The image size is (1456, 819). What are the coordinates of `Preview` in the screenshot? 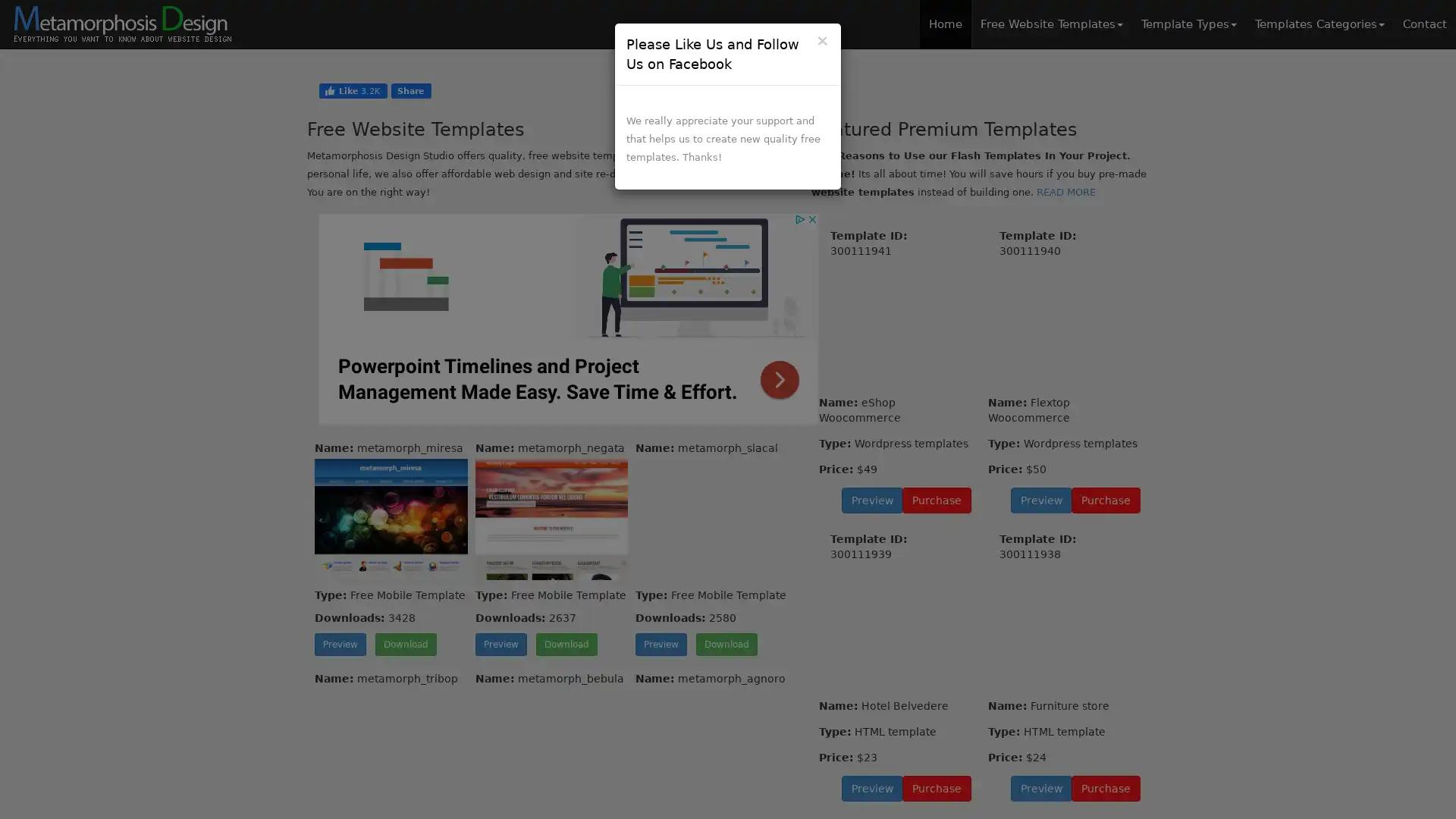 It's located at (340, 644).